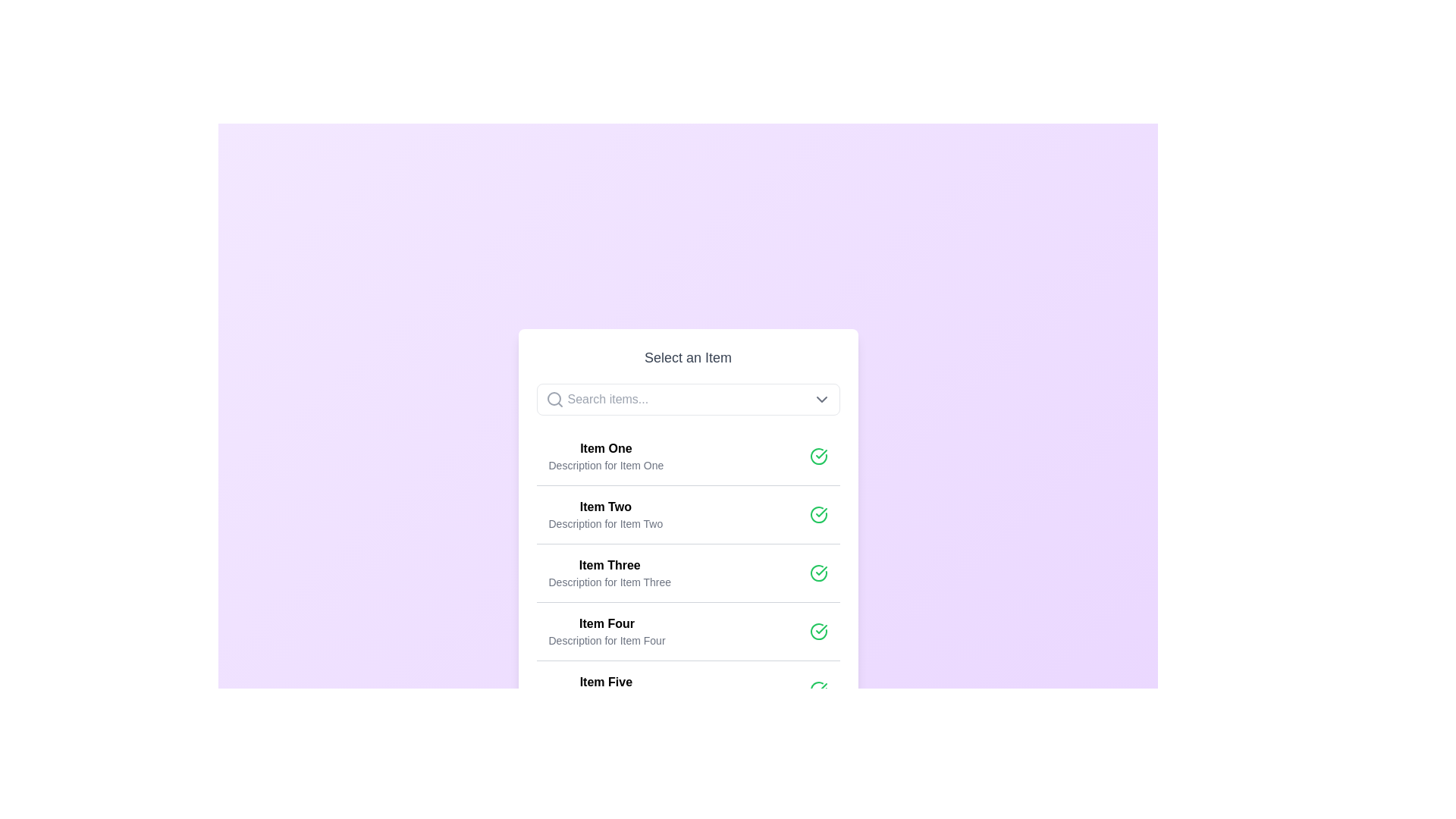  I want to click on the static text element providing additional detail related to 'Item Three', which is located directly below the bolded text 'Item Three' in a central modal, so click(610, 581).